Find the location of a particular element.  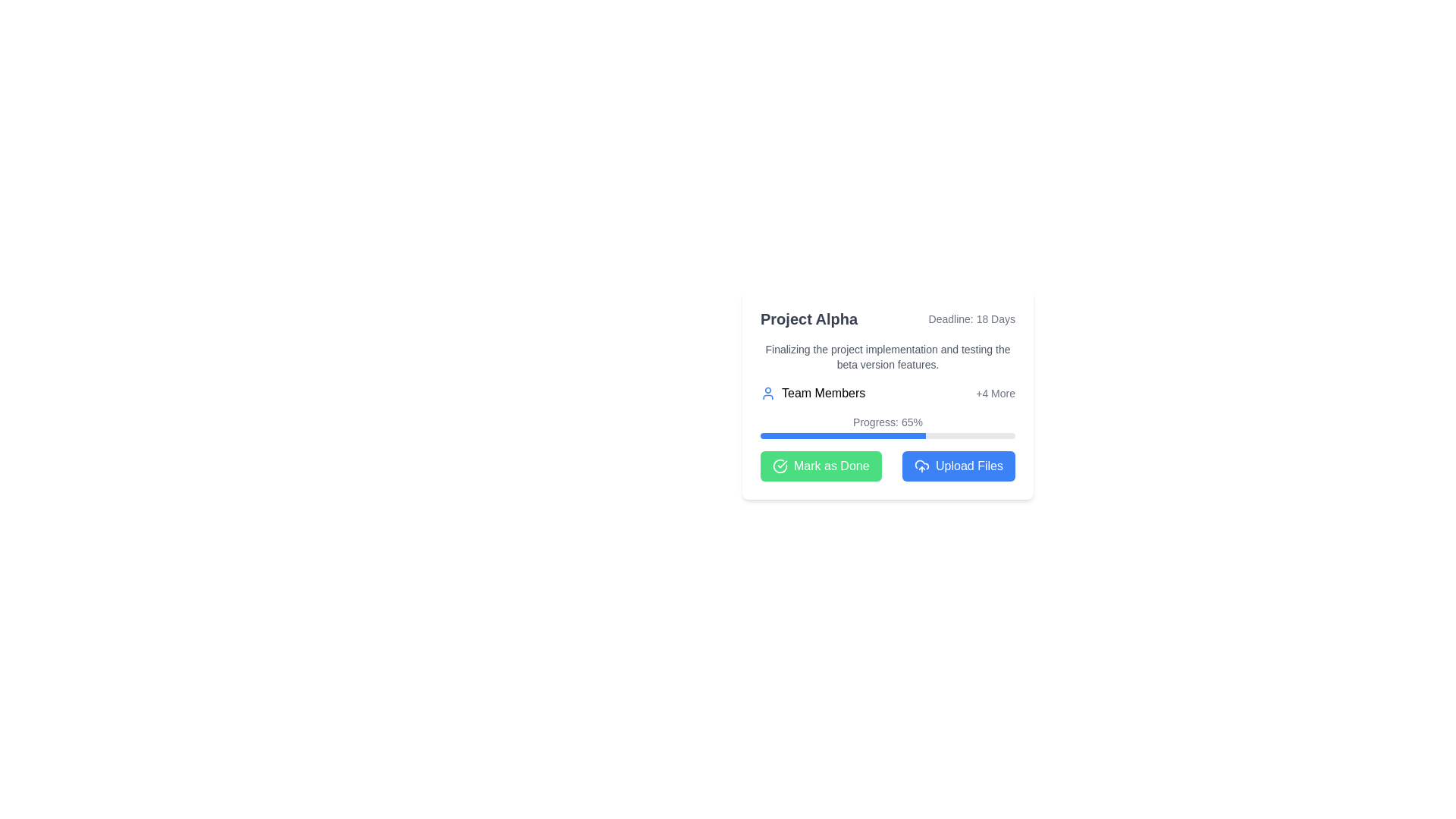

the file upload button located at the bottom-right corner of the card, next to the 'Mark as Done' button is located at coordinates (958, 465).